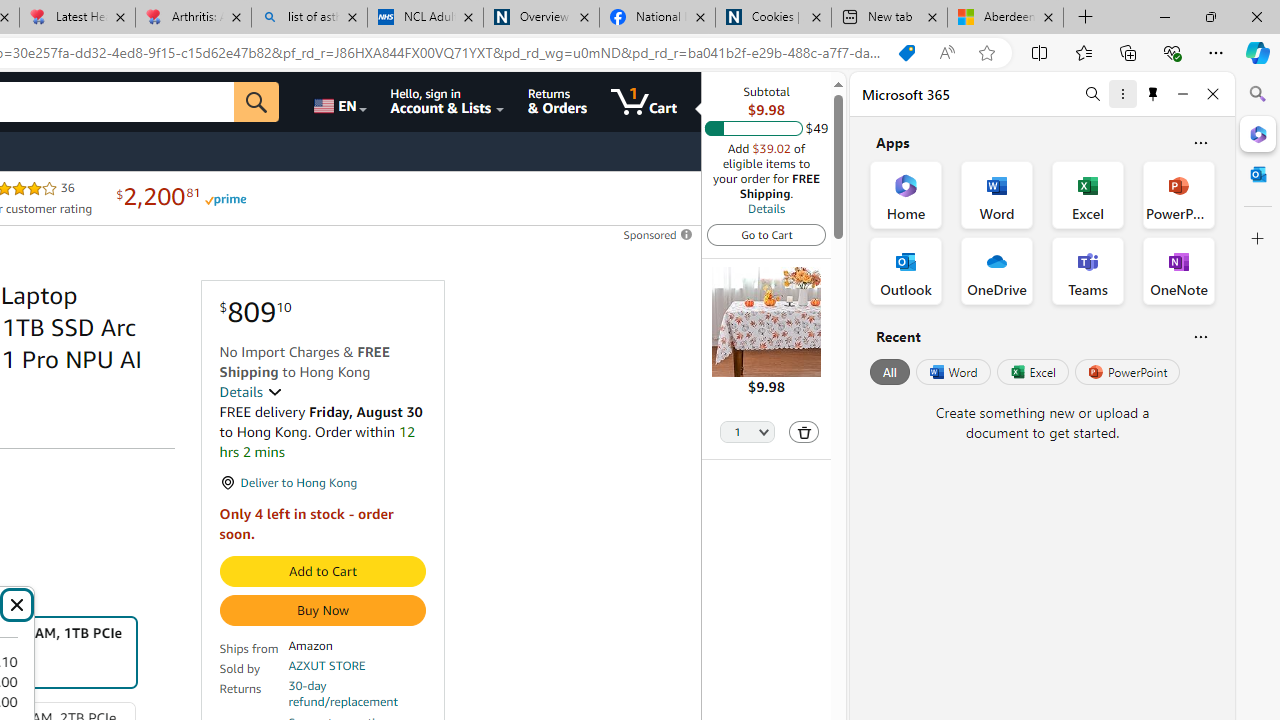 The height and width of the screenshot is (720, 1280). Describe the element at coordinates (997, 195) in the screenshot. I see `'Word Office App'` at that location.